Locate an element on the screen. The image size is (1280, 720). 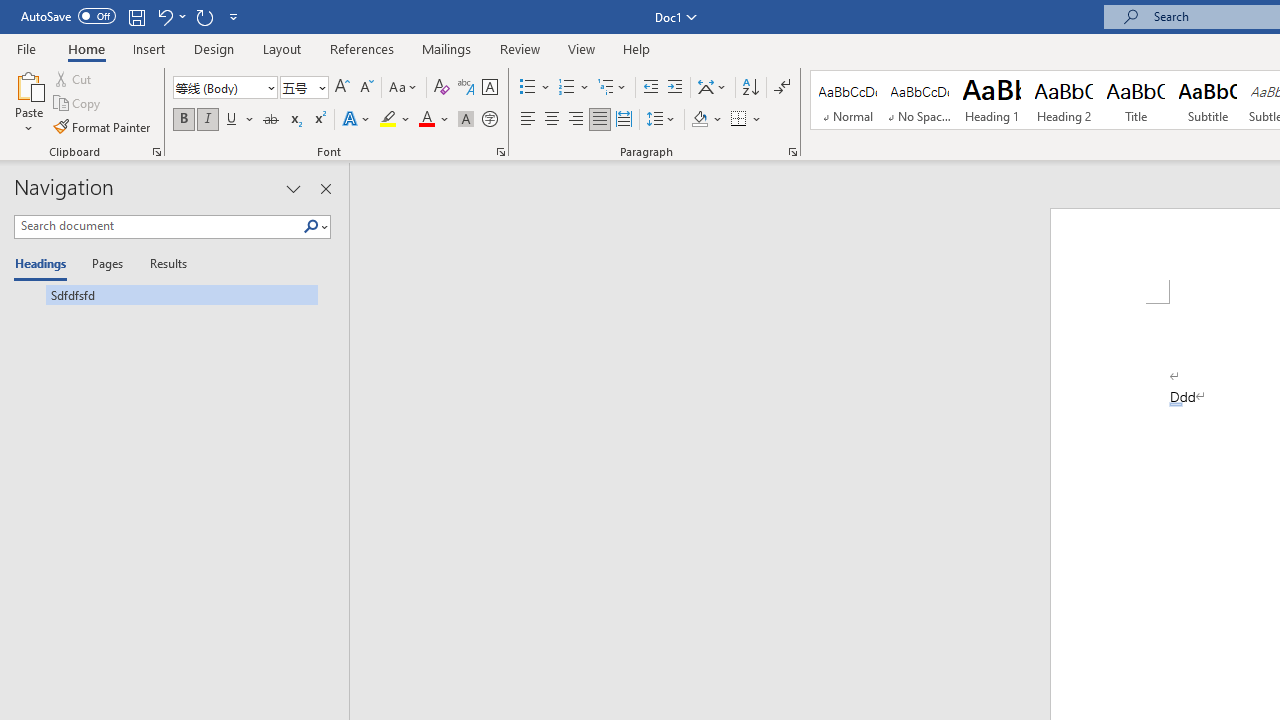
'Help' is located at coordinates (636, 48).